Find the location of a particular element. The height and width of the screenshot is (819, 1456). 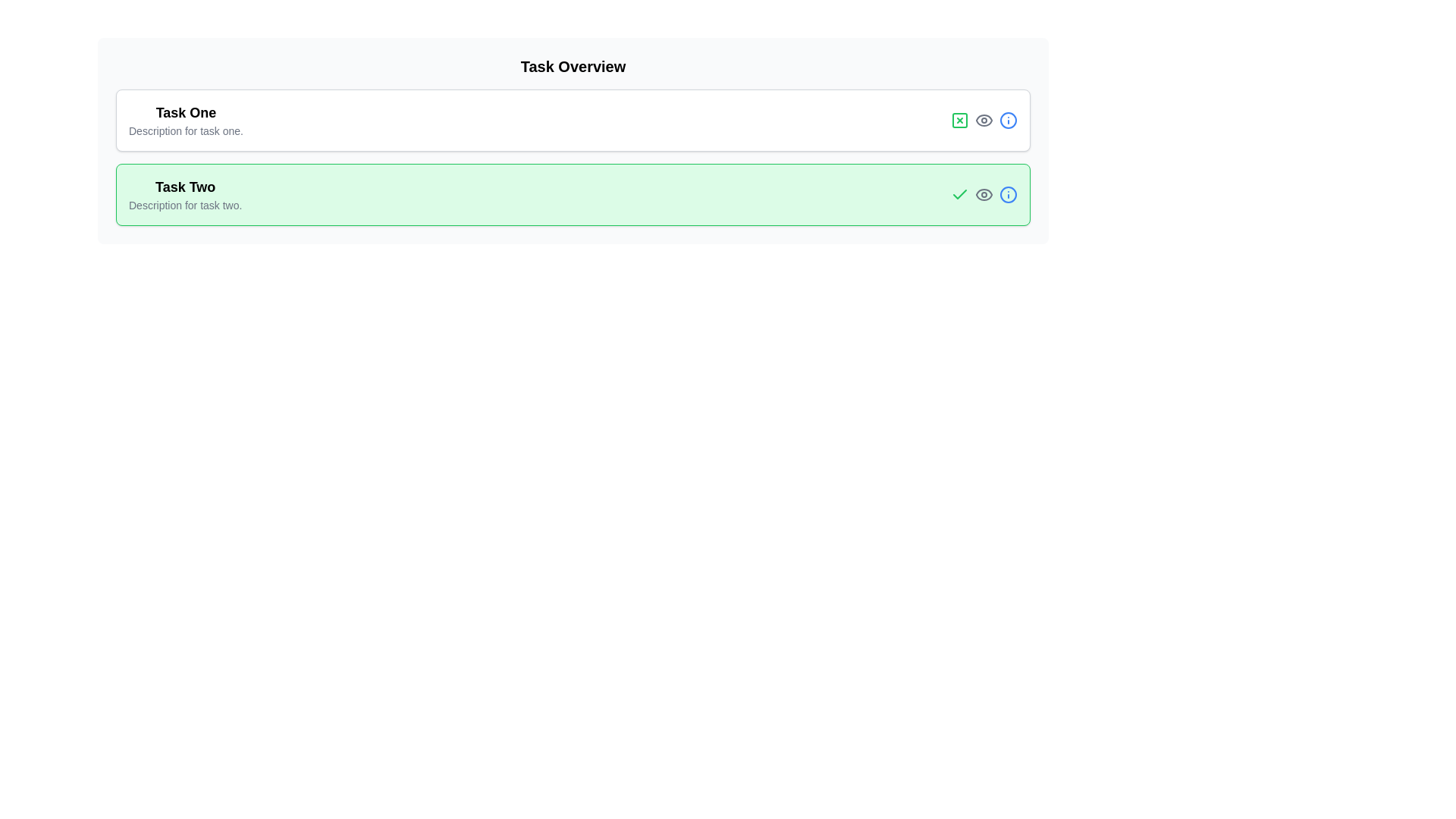

the informational icon button located on the right side of the task row labeled 'Task One' is located at coordinates (1008, 119).